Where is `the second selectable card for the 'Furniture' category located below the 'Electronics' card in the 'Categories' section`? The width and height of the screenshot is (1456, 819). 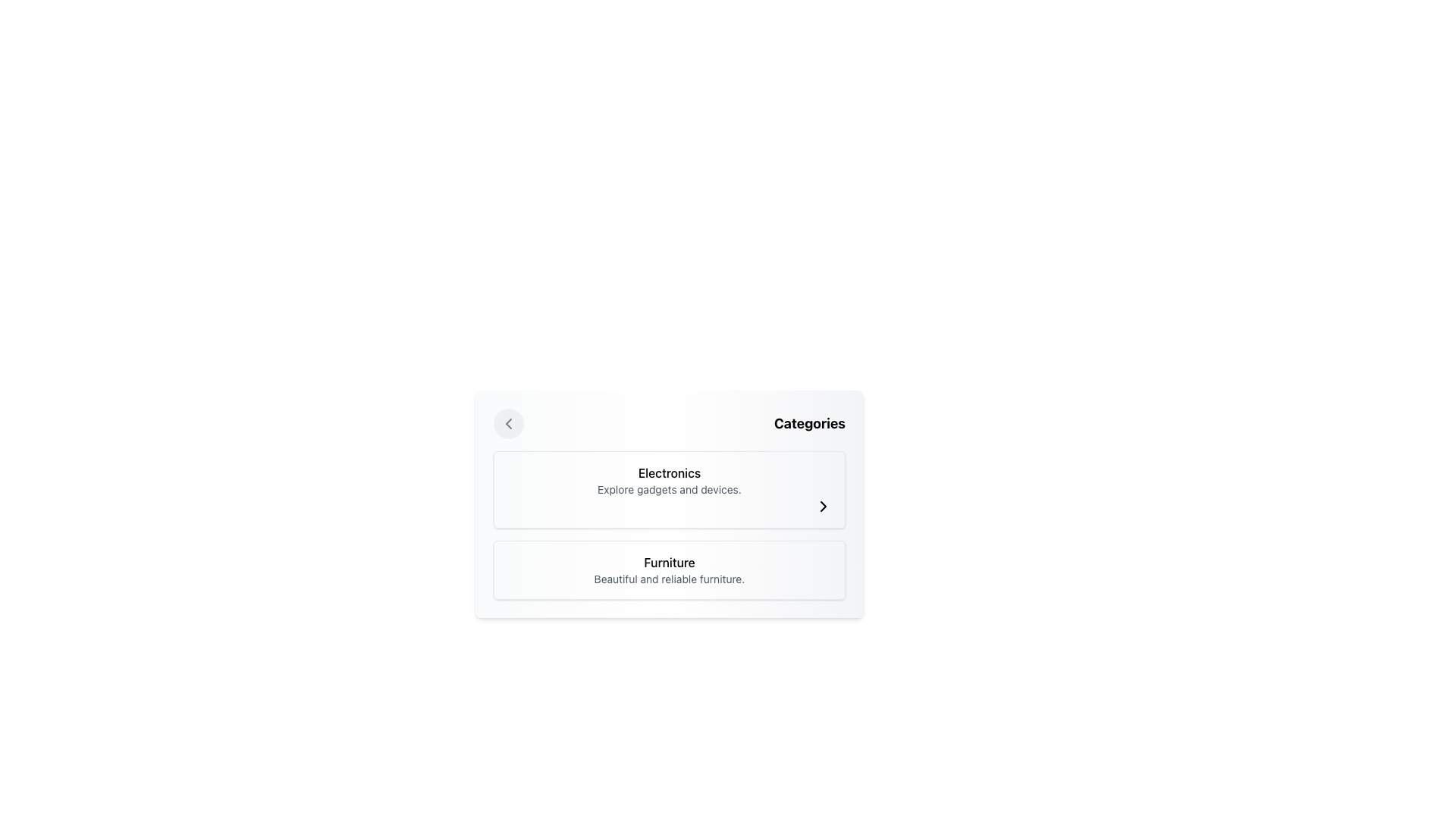
the second selectable card for the 'Furniture' category located below the 'Electronics' card in the 'Categories' section is located at coordinates (669, 570).